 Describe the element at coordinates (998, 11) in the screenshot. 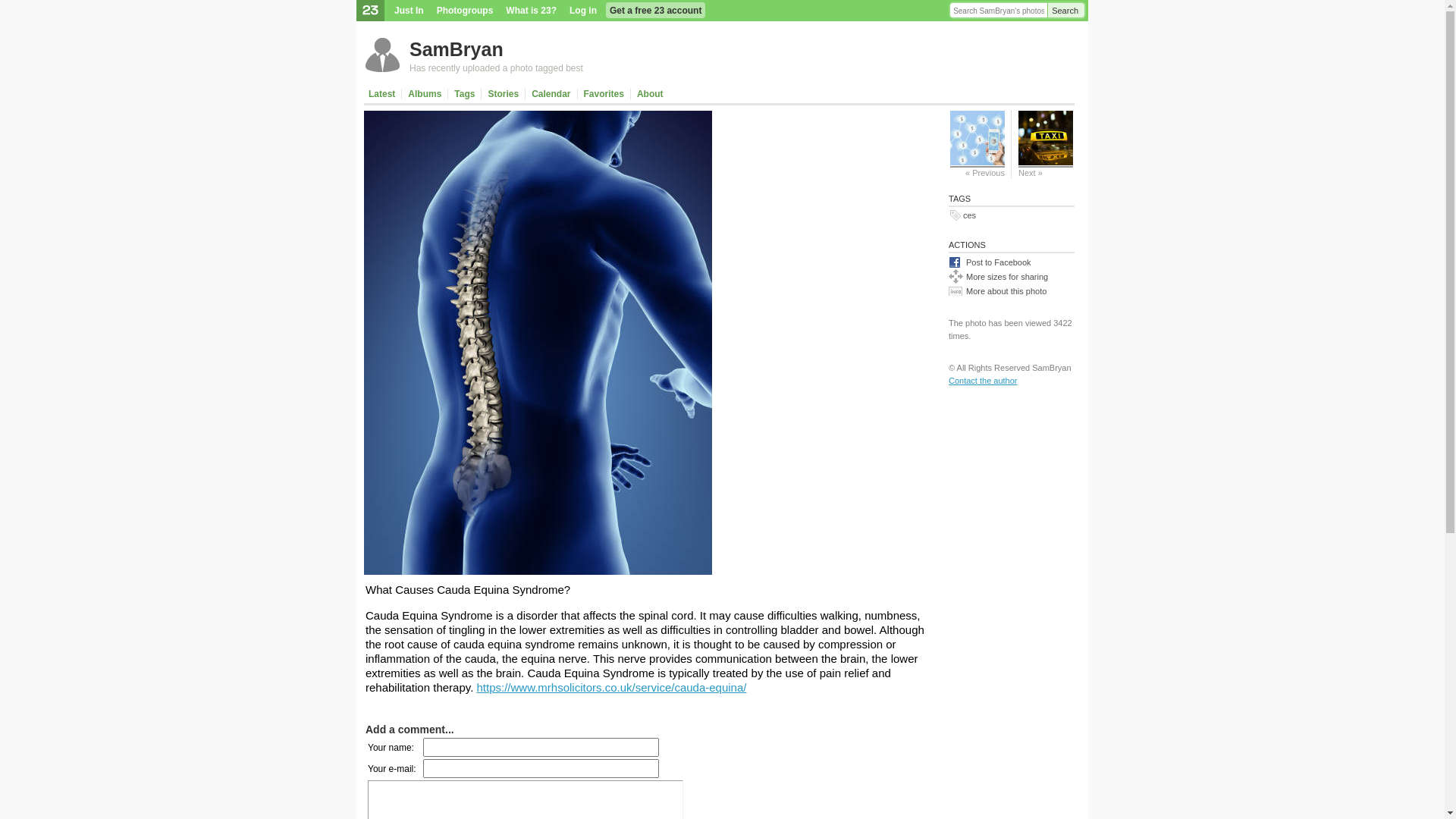

I see `'Search SamBryan's photos'` at that location.